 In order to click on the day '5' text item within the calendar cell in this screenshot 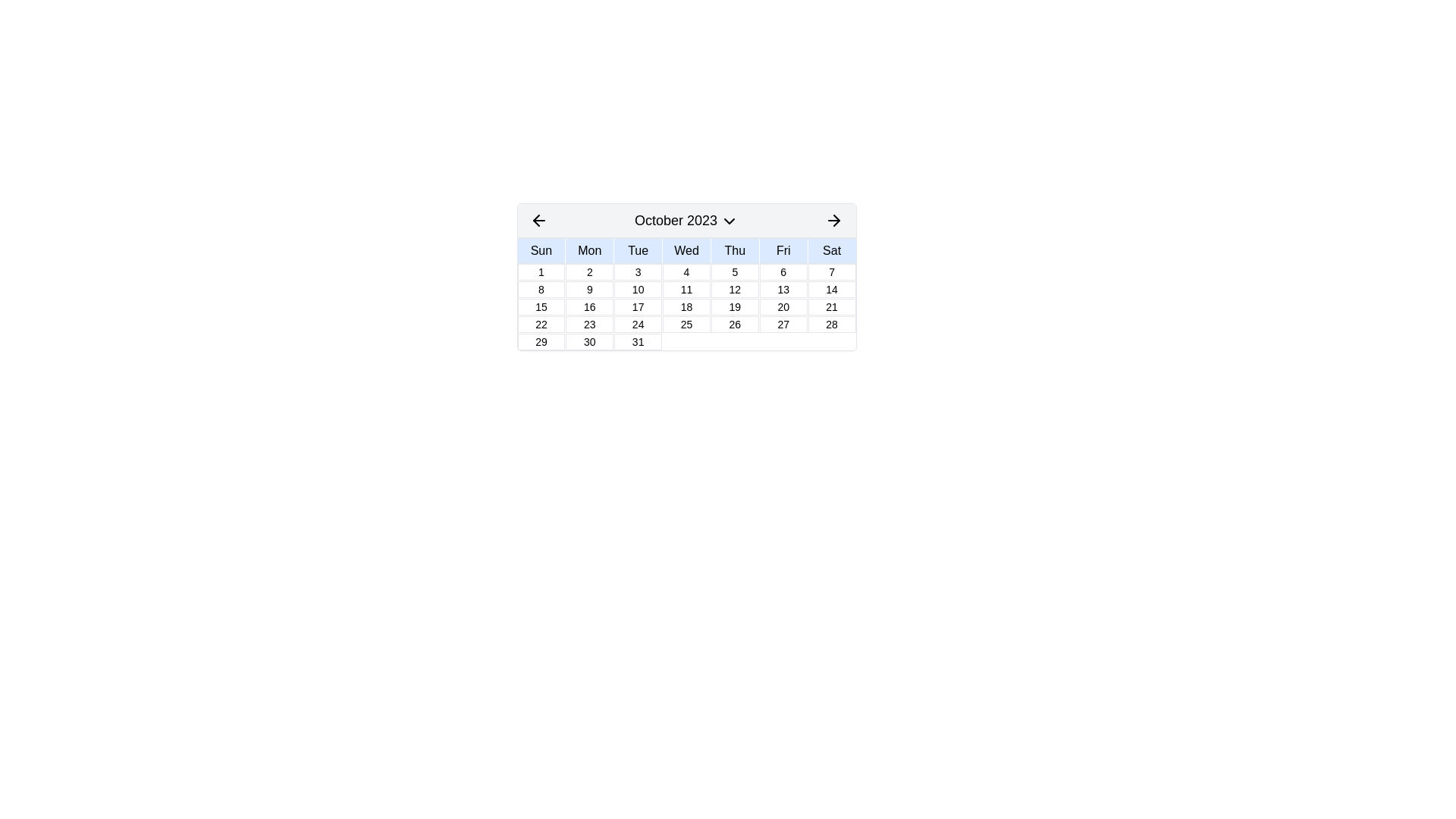, I will do `click(735, 271)`.